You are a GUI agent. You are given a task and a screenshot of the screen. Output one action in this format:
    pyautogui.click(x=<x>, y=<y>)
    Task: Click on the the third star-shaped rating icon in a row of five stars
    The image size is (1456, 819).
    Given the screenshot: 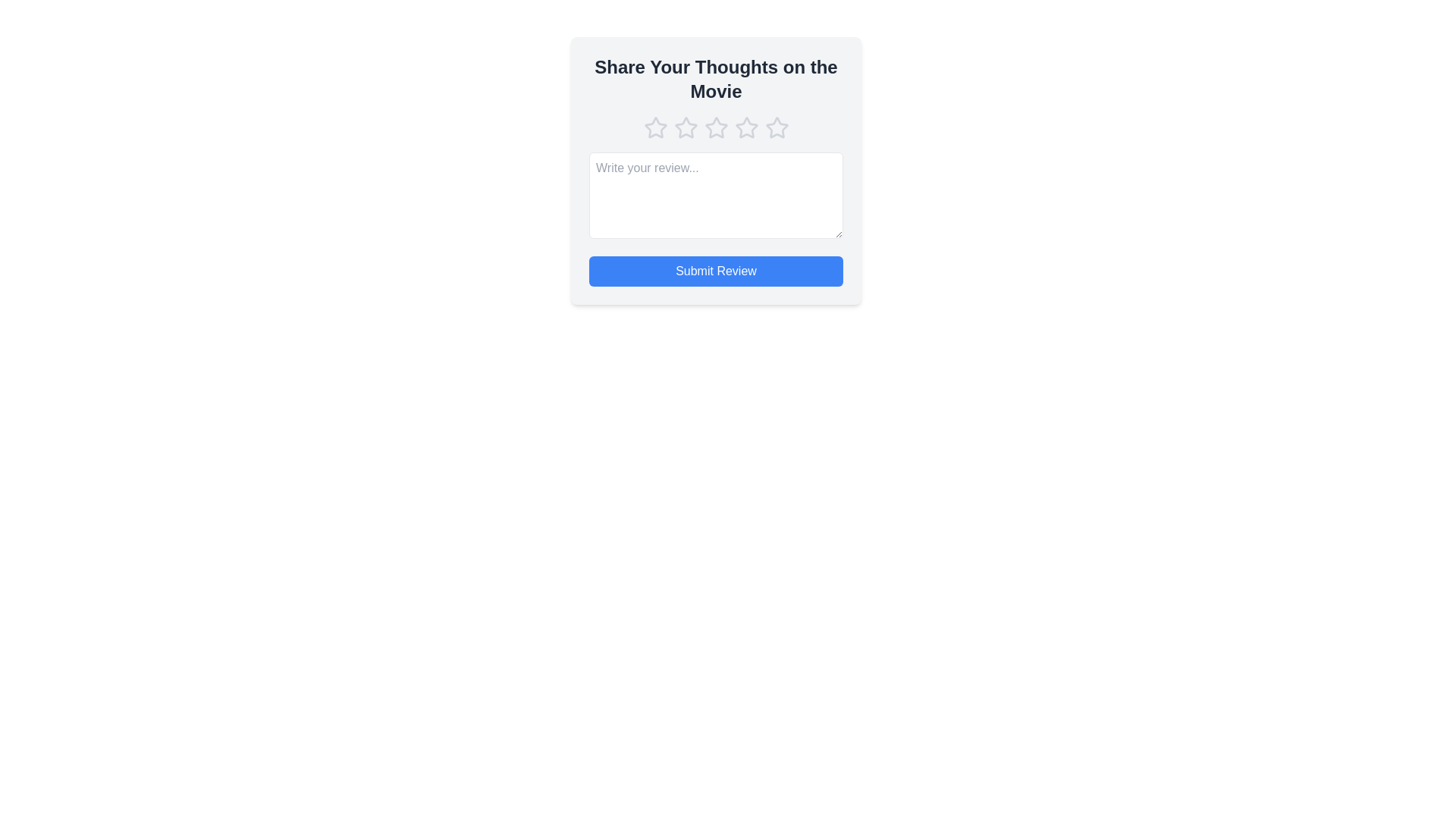 What is the action you would take?
    pyautogui.click(x=746, y=127)
    